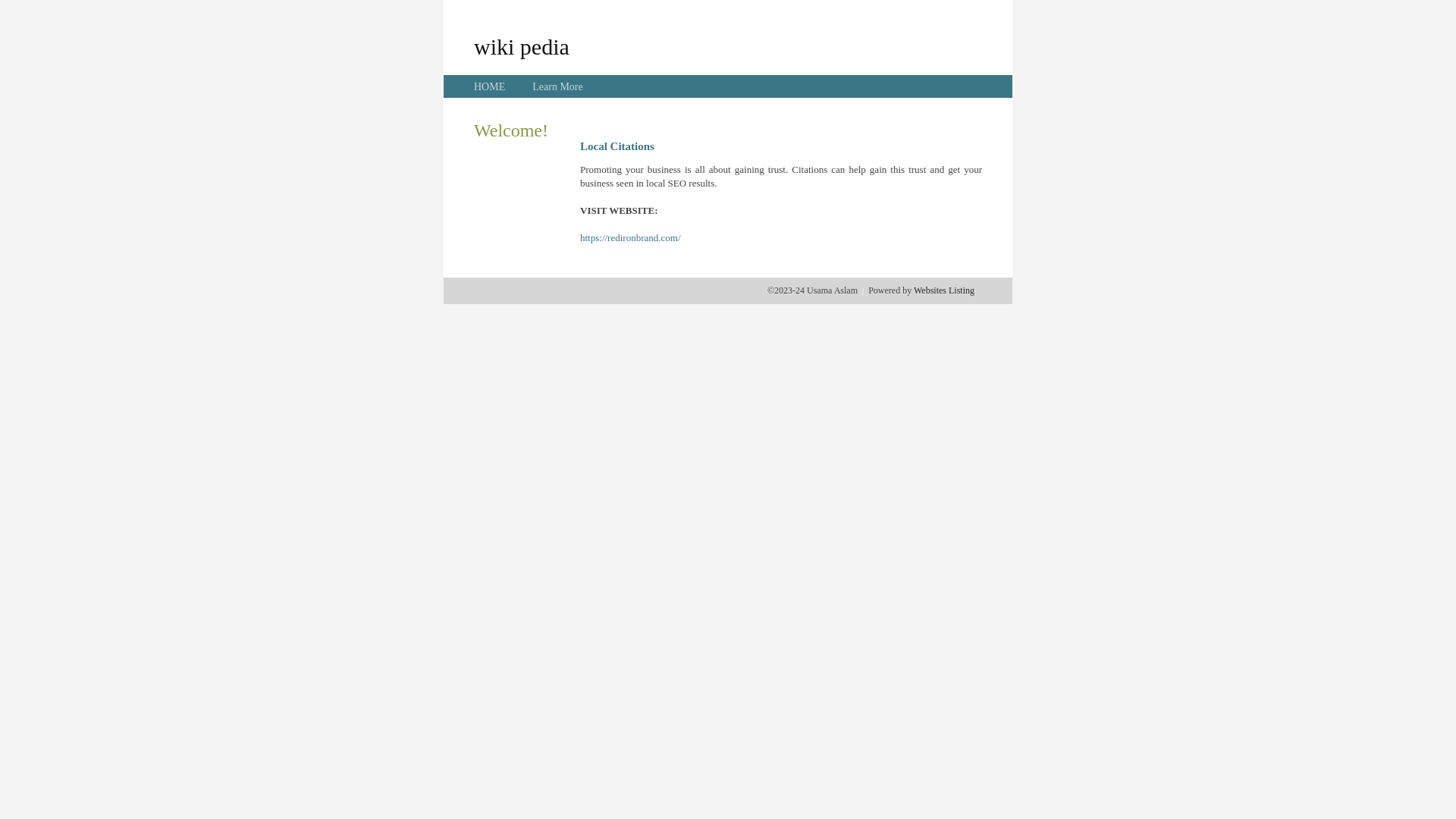 The image size is (1456, 819). What do you see at coordinates (521, 45) in the screenshot?
I see `'wiki pedia'` at bounding box center [521, 45].